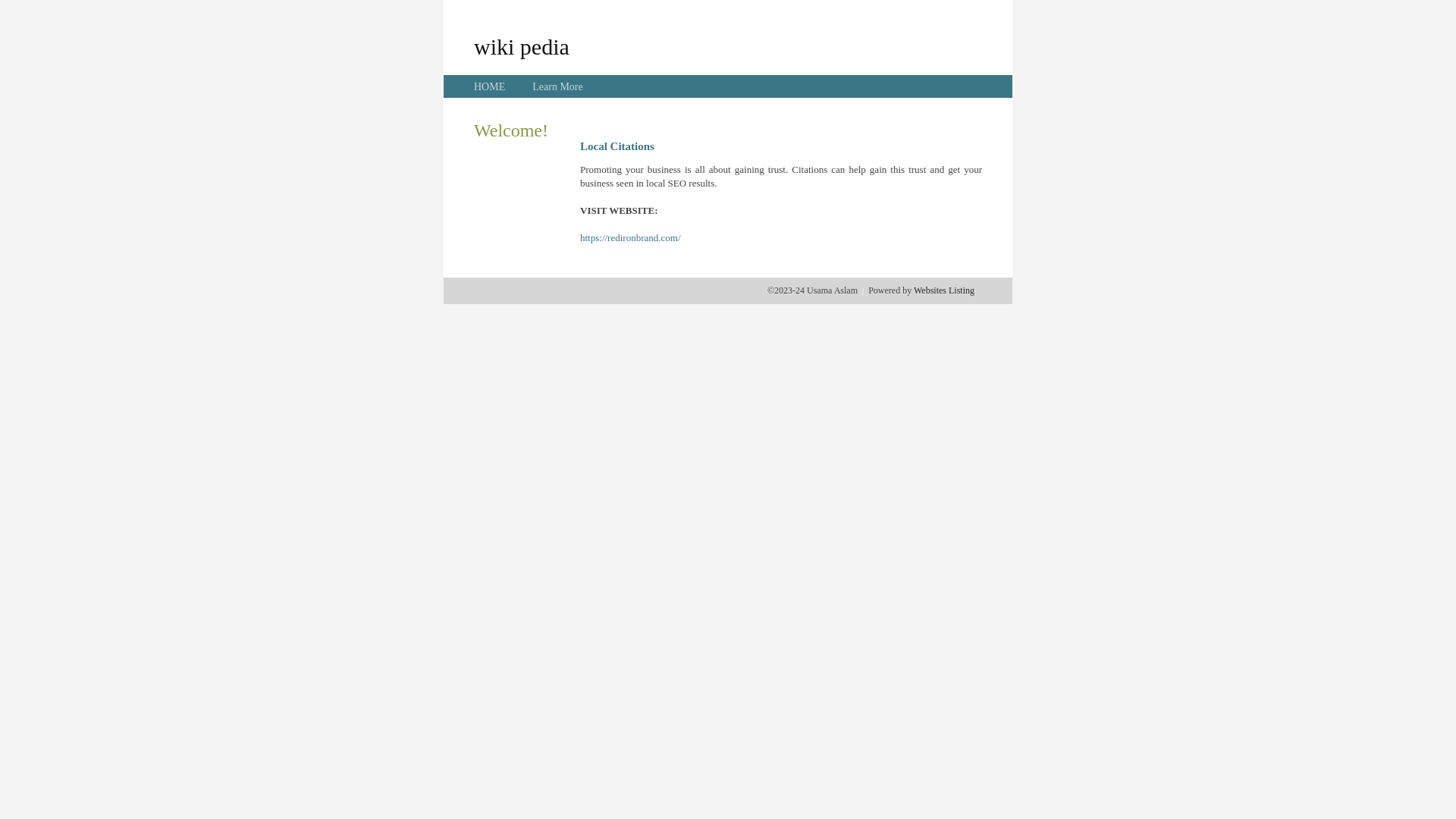 The image size is (1456, 819). What do you see at coordinates (521, 45) in the screenshot?
I see `'wiki pedia'` at bounding box center [521, 45].